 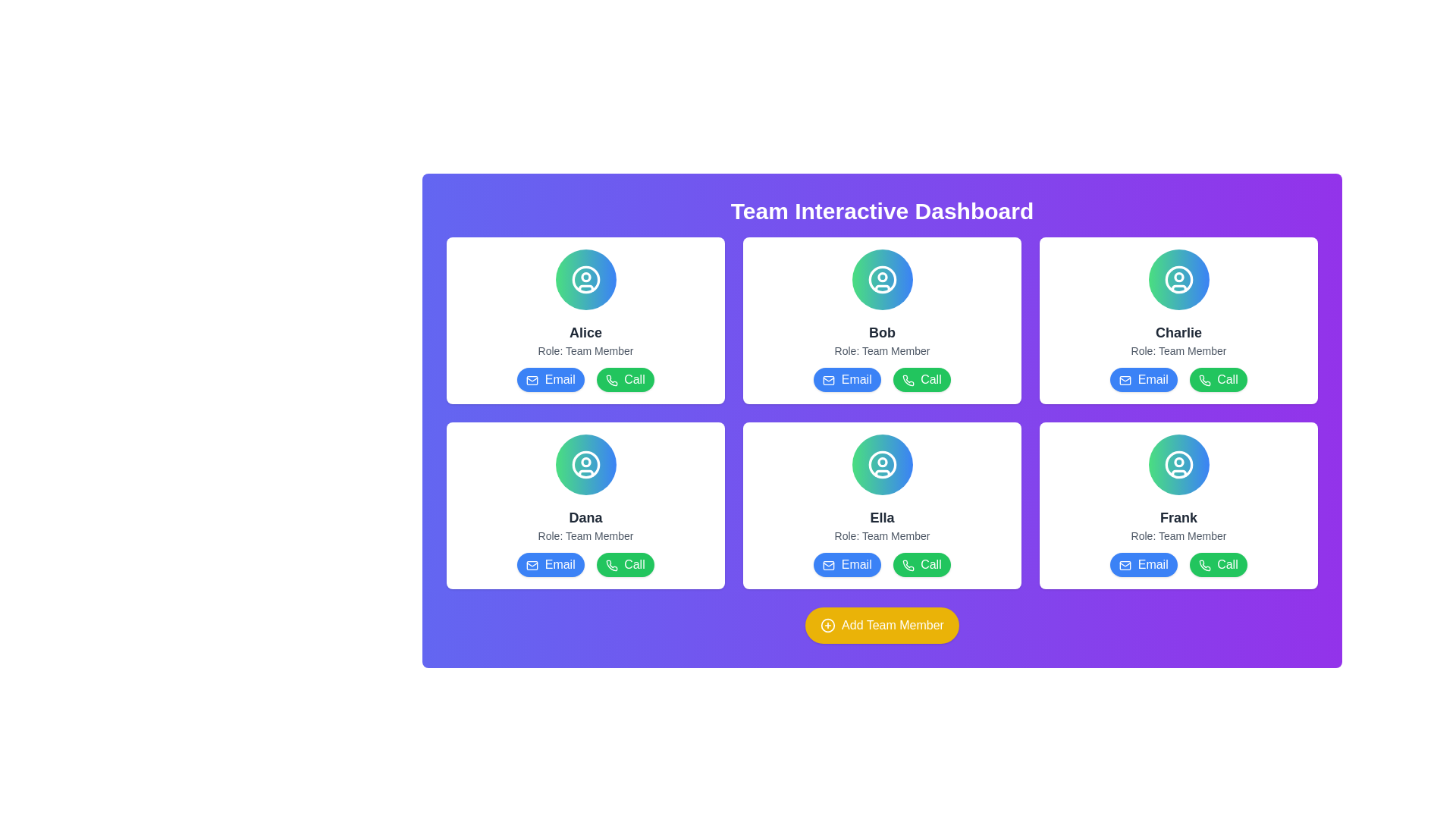 I want to click on the small circular shape located within the user profile icon of the 'Alice' team member card, positioned towards the upper center part of the icon, so click(x=585, y=277).